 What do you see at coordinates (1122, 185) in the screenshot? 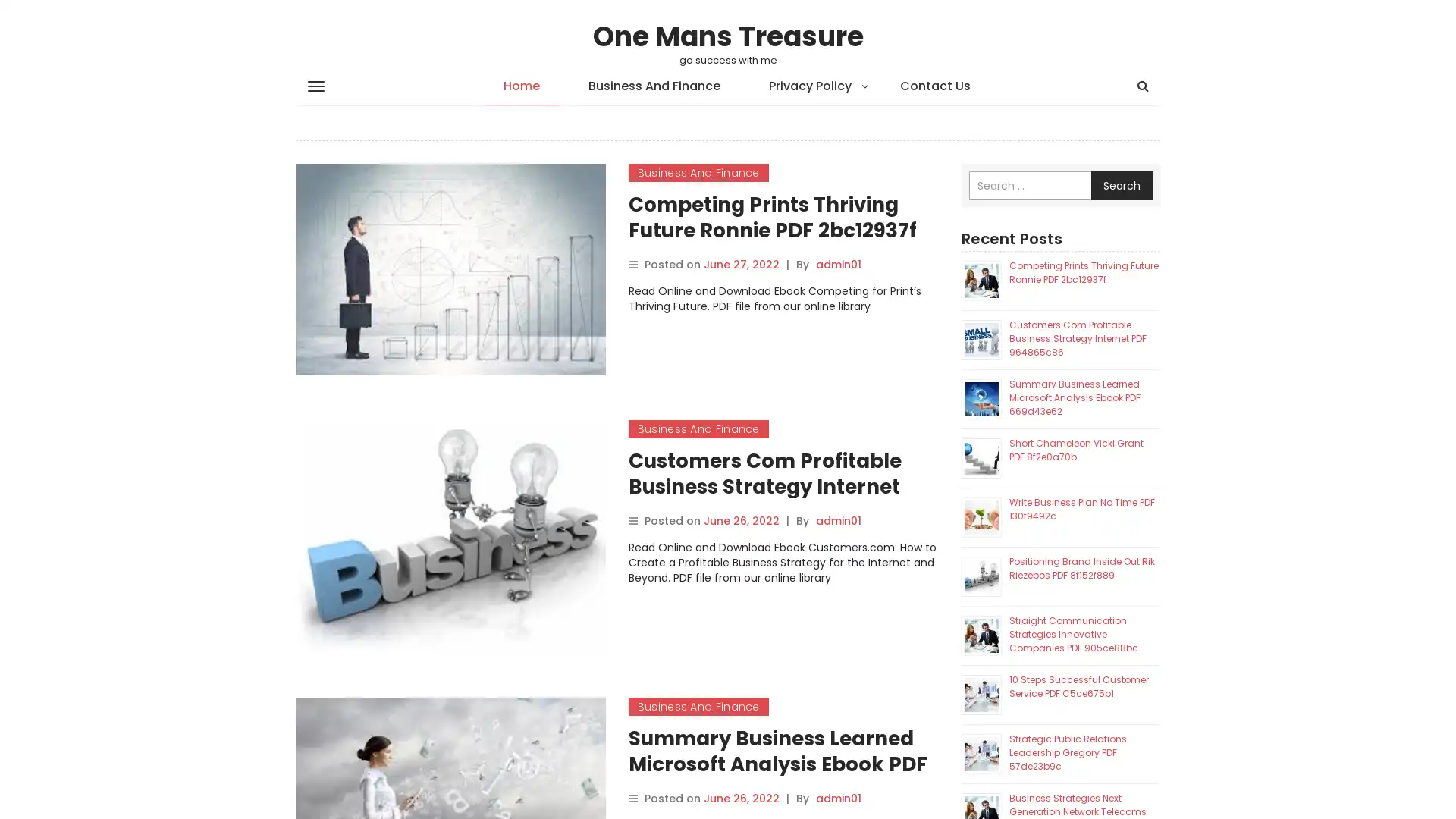
I see `Search` at bounding box center [1122, 185].